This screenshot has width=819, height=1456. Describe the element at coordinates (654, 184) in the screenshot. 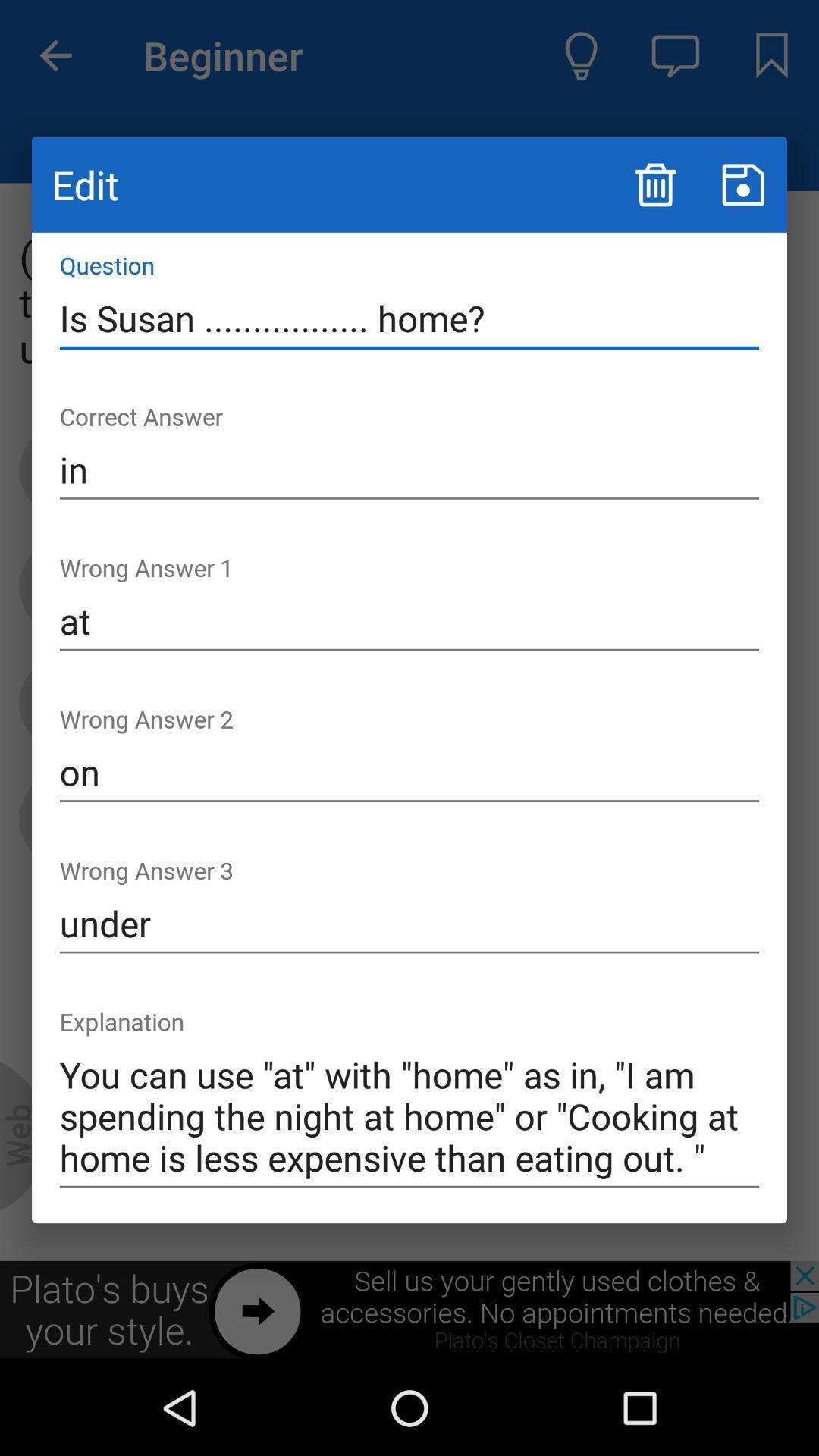

I see `icon next to the edit item` at that location.